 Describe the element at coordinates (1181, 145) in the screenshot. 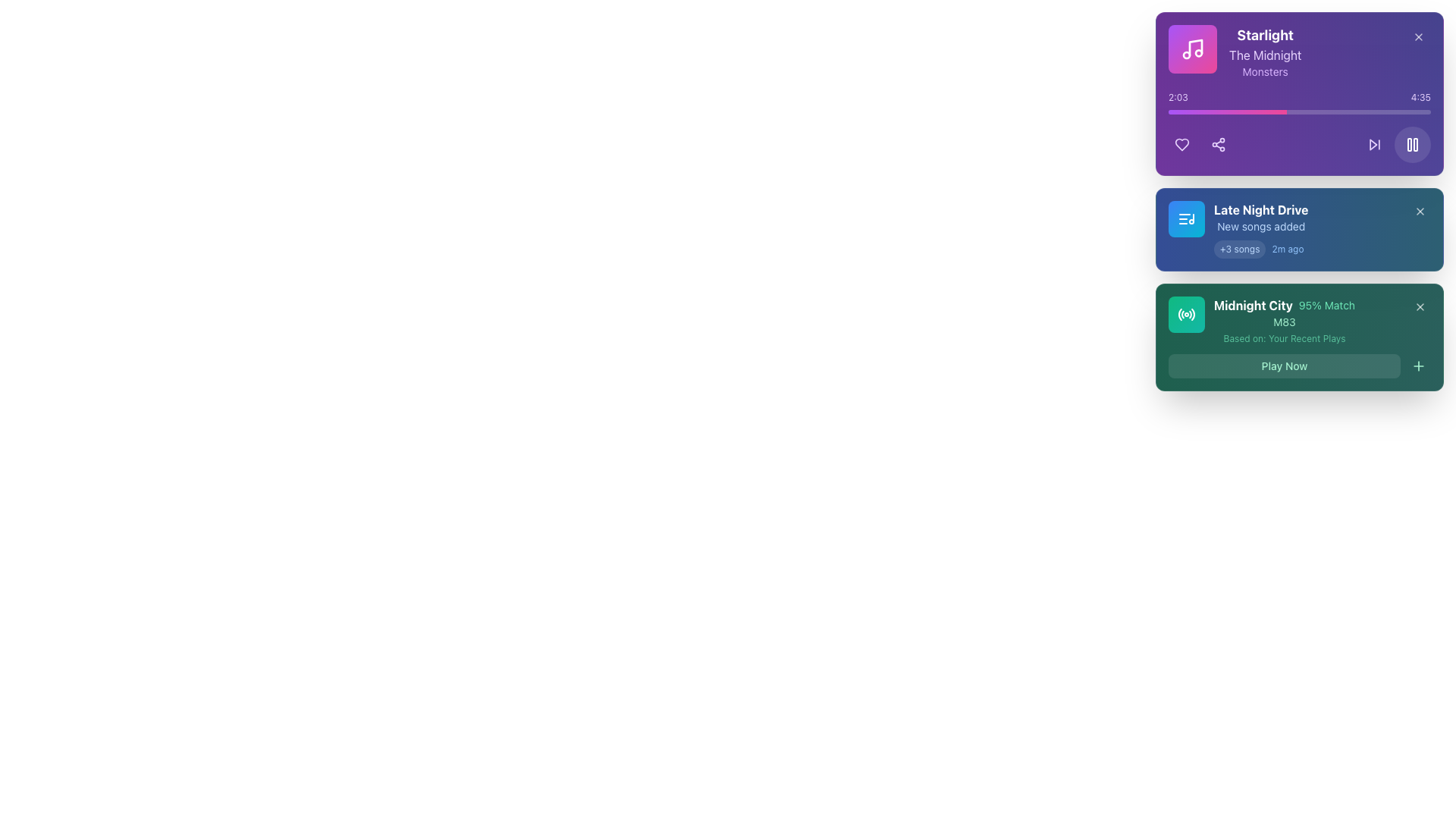

I see `the heart-shaped graphical icon located in the upper section of the 'Starlight' card` at that location.